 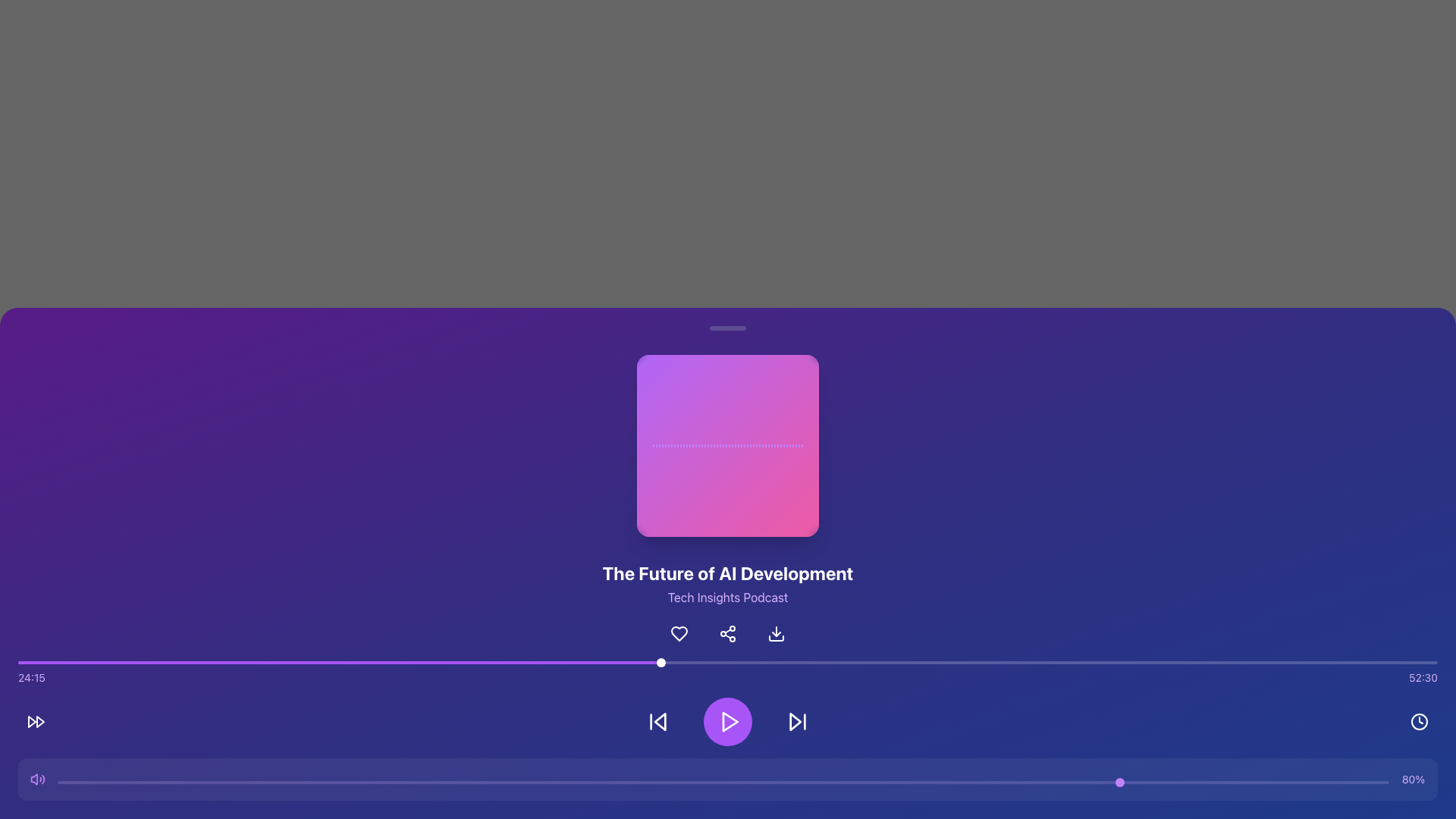 What do you see at coordinates (417, 783) in the screenshot?
I see `the slider value` at bounding box center [417, 783].